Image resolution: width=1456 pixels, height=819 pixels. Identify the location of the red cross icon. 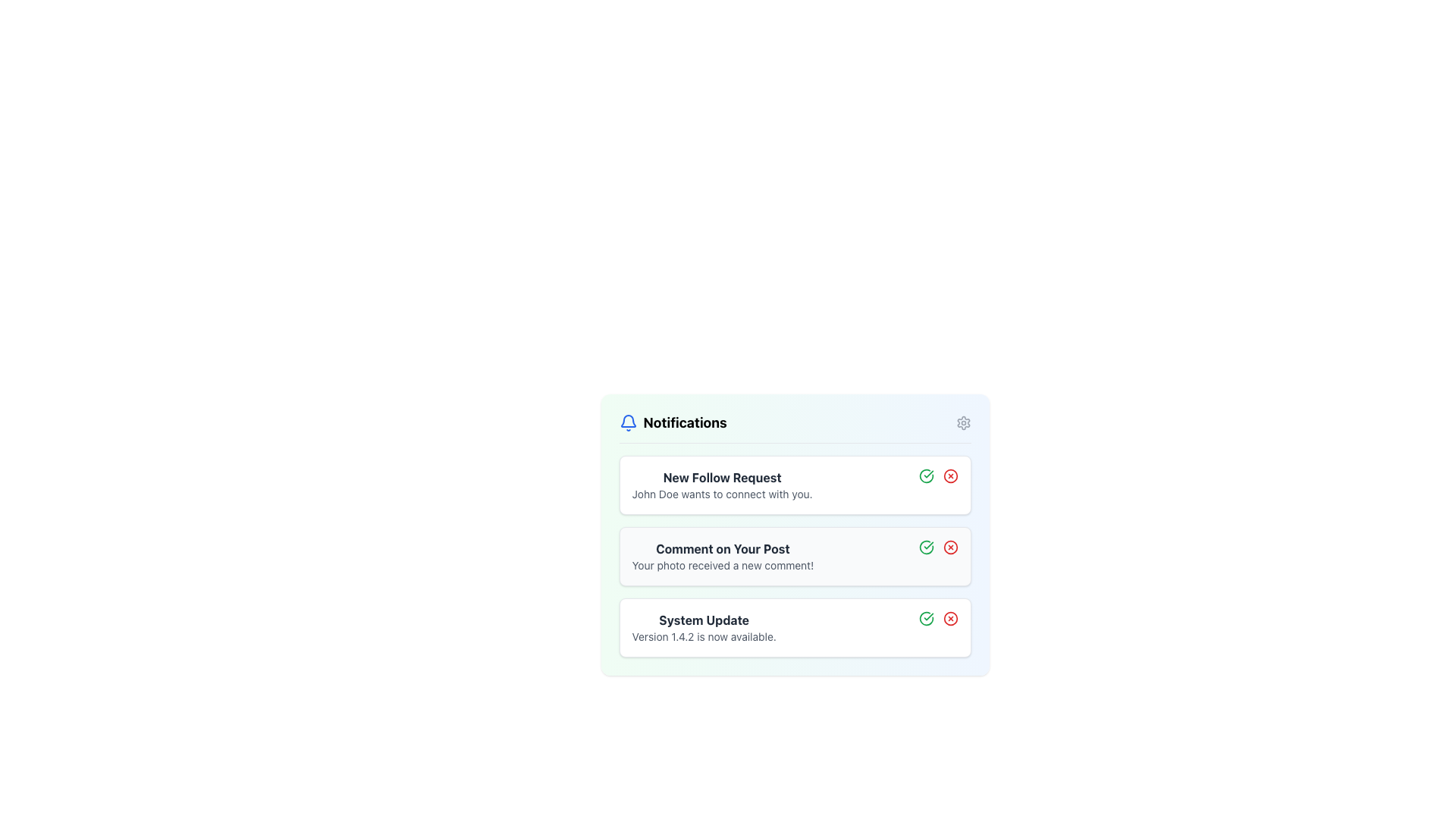
(937, 547).